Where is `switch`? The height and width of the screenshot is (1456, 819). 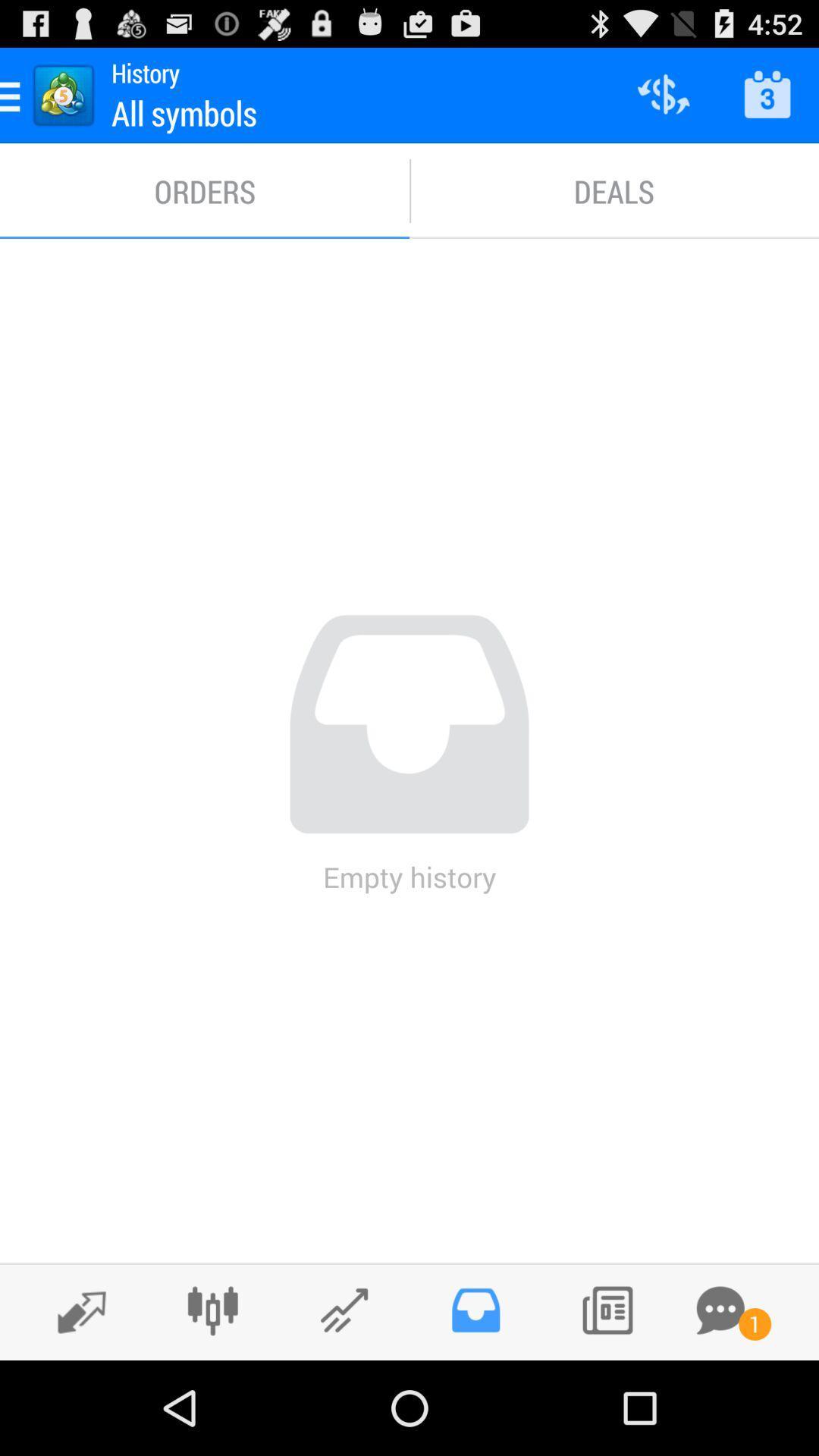
switch is located at coordinates (74, 1310).